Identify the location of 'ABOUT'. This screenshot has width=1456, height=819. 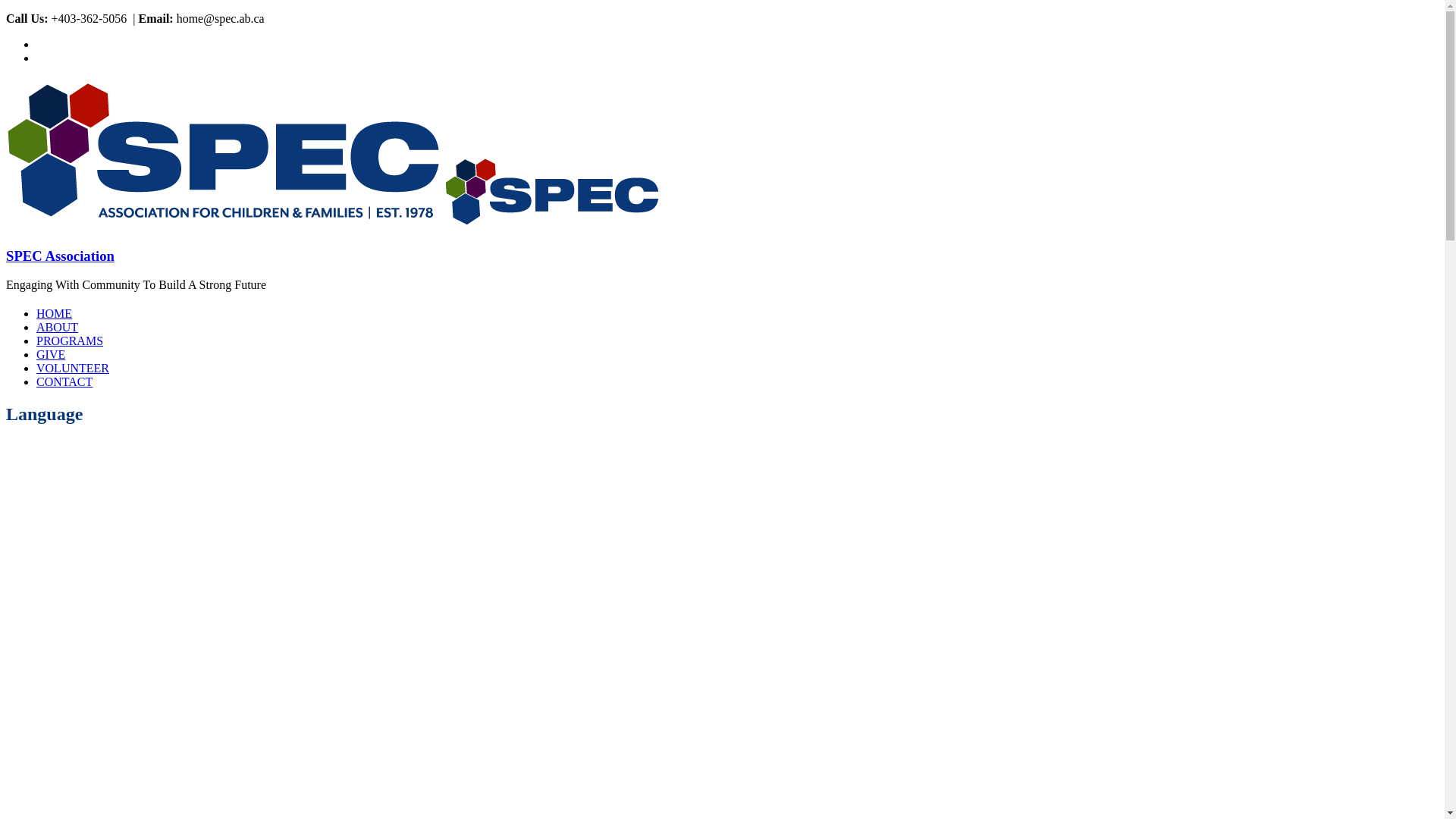
(57, 326).